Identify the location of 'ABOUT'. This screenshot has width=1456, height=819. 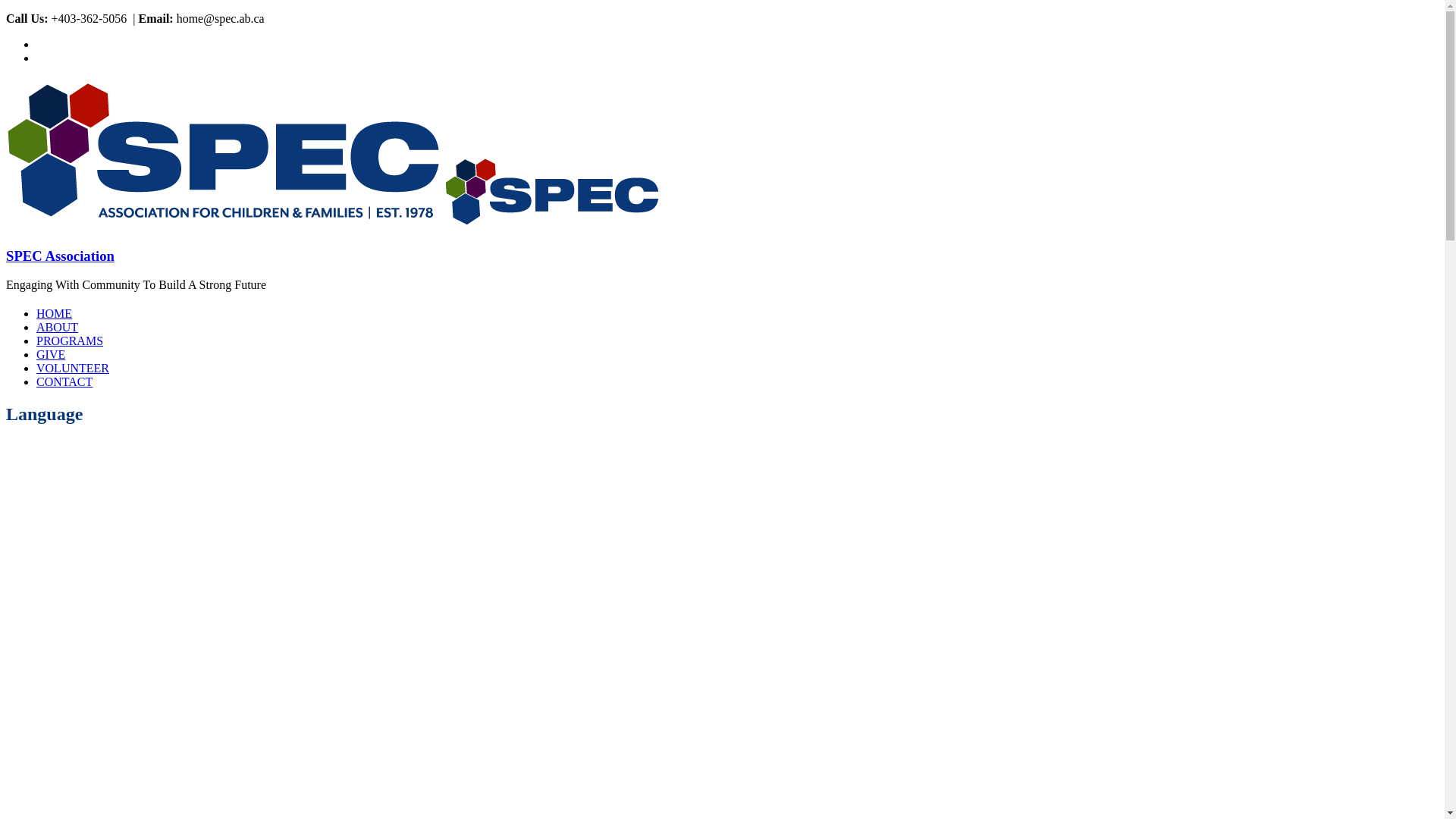
(57, 326).